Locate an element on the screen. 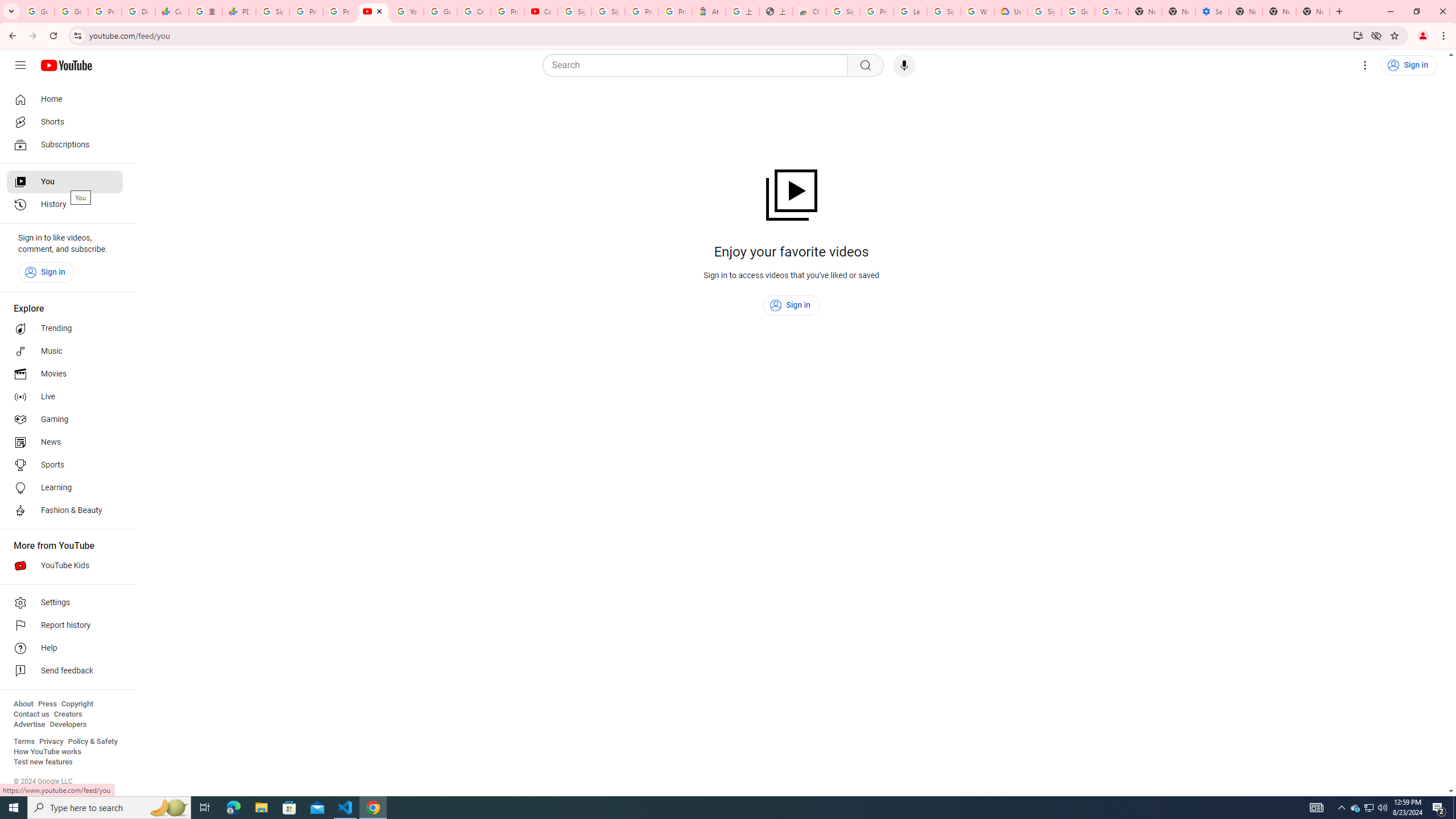  'Press' is located at coordinates (47, 704).